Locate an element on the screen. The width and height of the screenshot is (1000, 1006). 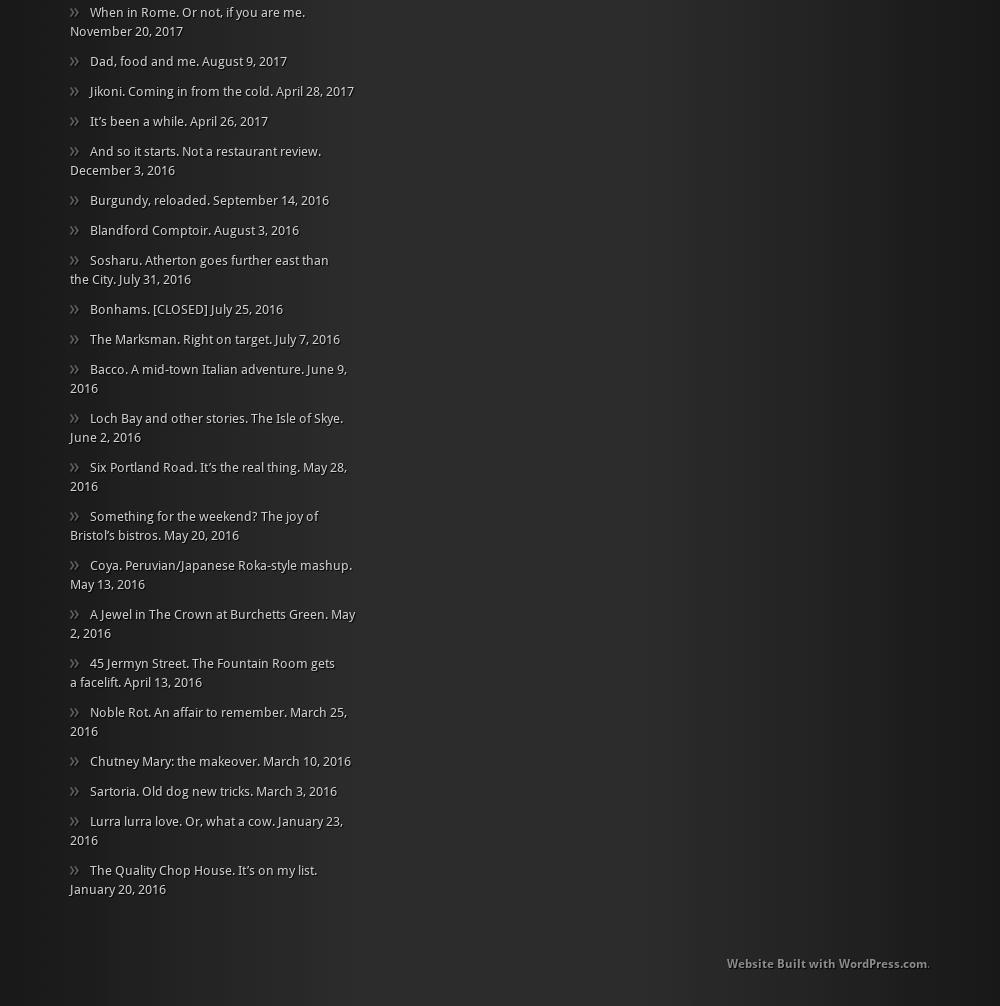
'July 25, 2016' is located at coordinates (246, 307).